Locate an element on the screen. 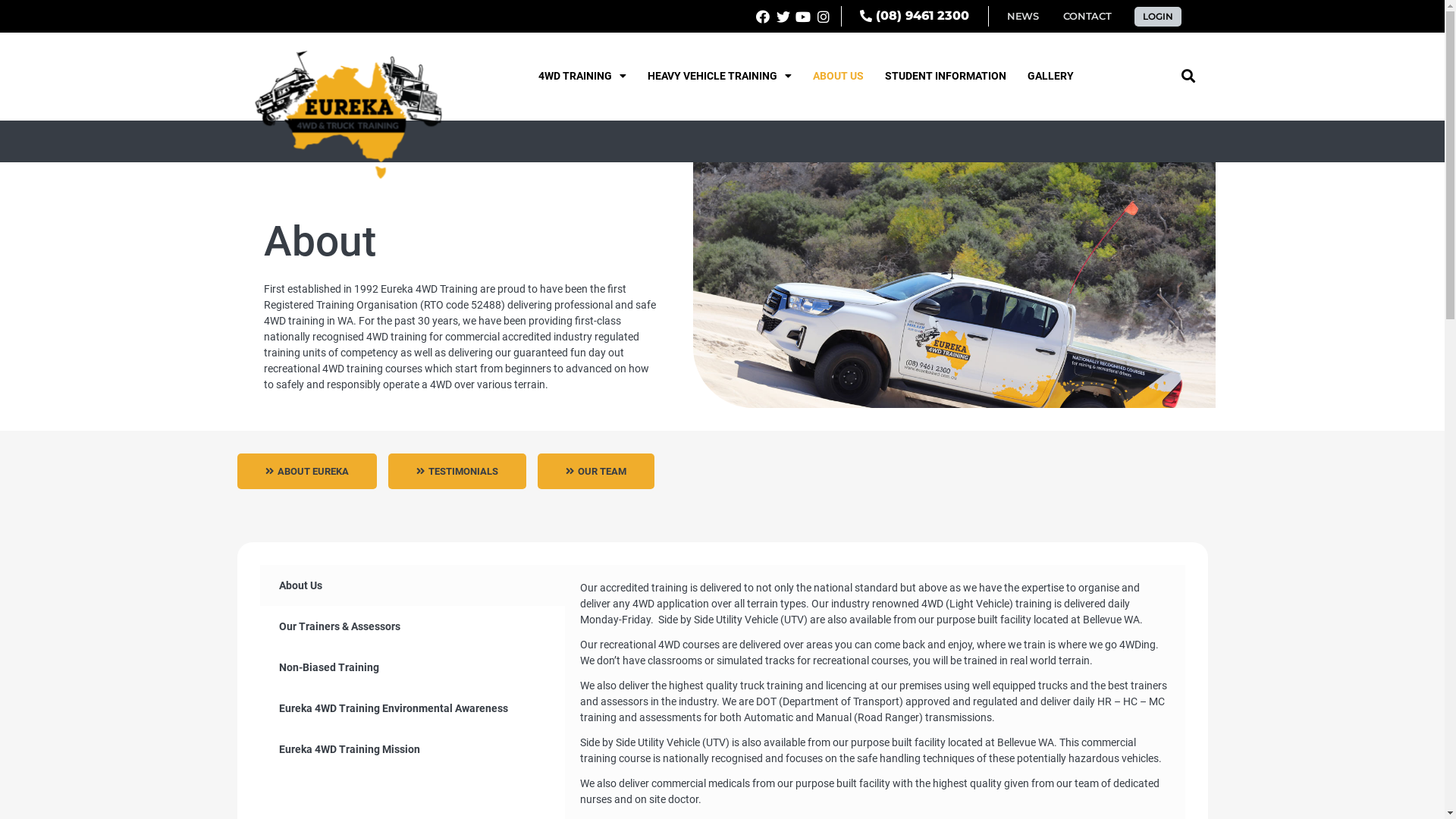  'NEWS' is located at coordinates (1022, 16).